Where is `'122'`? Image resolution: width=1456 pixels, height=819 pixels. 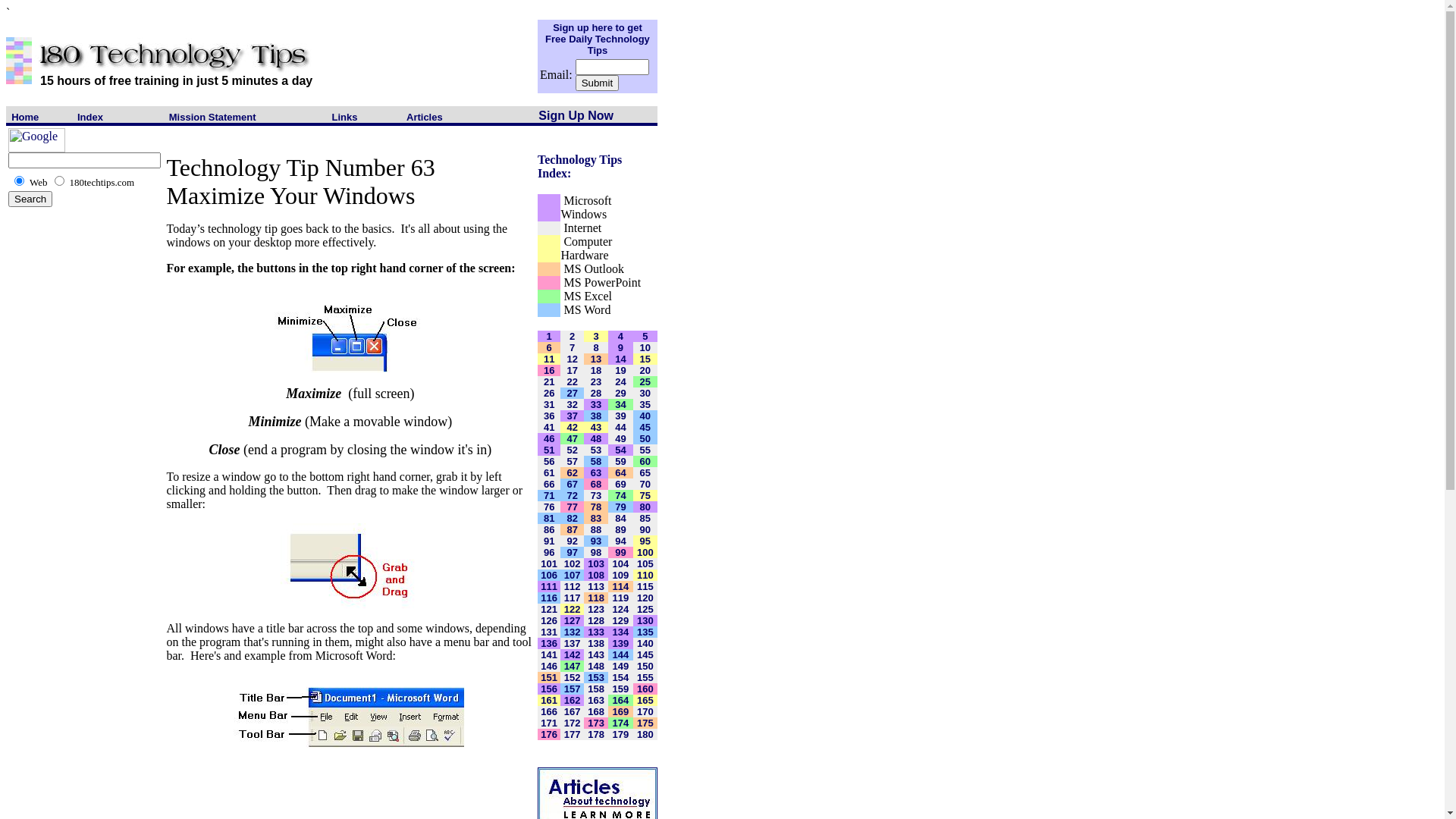 '122' is located at coordinates (571, 607).